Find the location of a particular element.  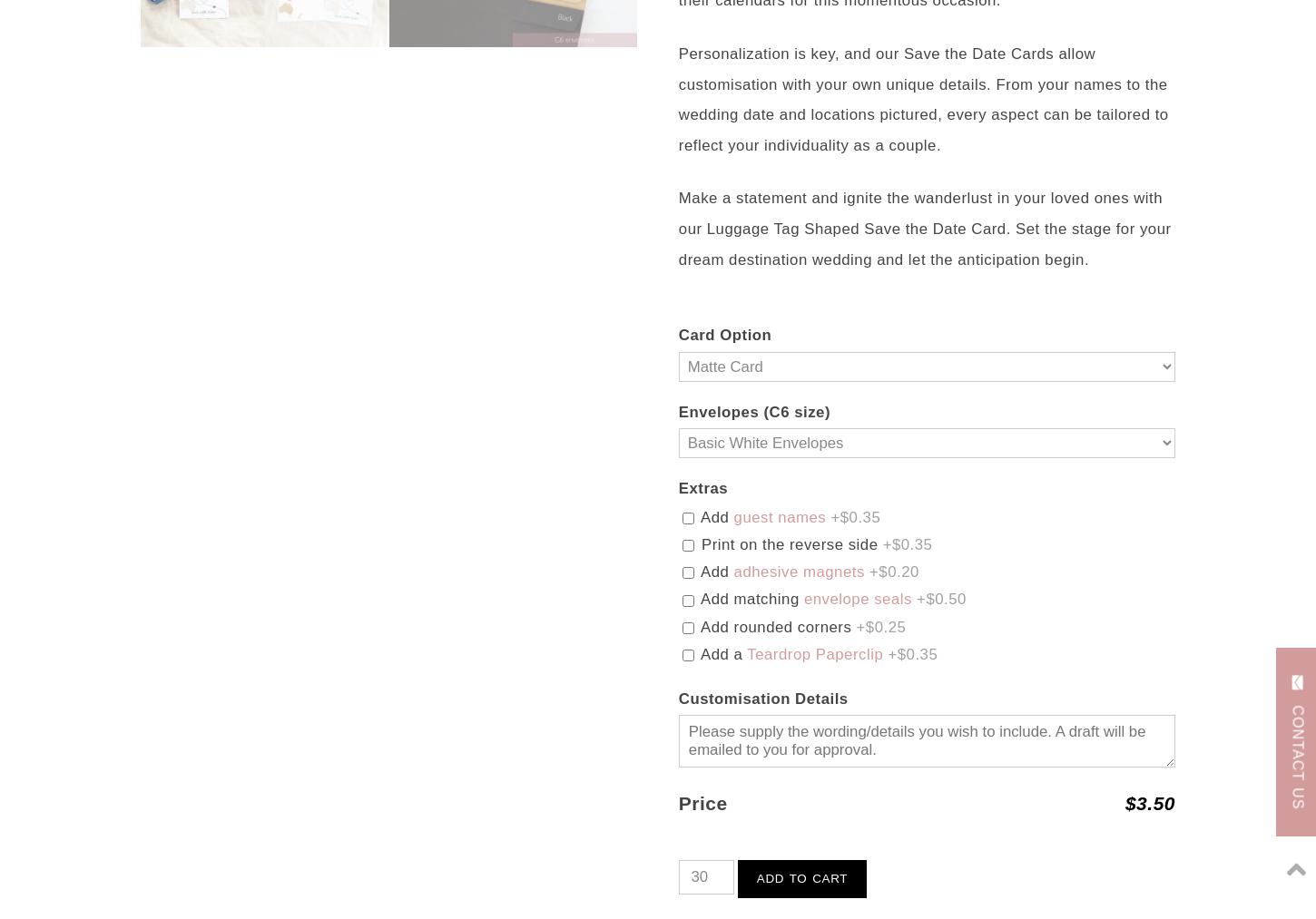

'Add rounded corners' is located at coordinates (696, 625).